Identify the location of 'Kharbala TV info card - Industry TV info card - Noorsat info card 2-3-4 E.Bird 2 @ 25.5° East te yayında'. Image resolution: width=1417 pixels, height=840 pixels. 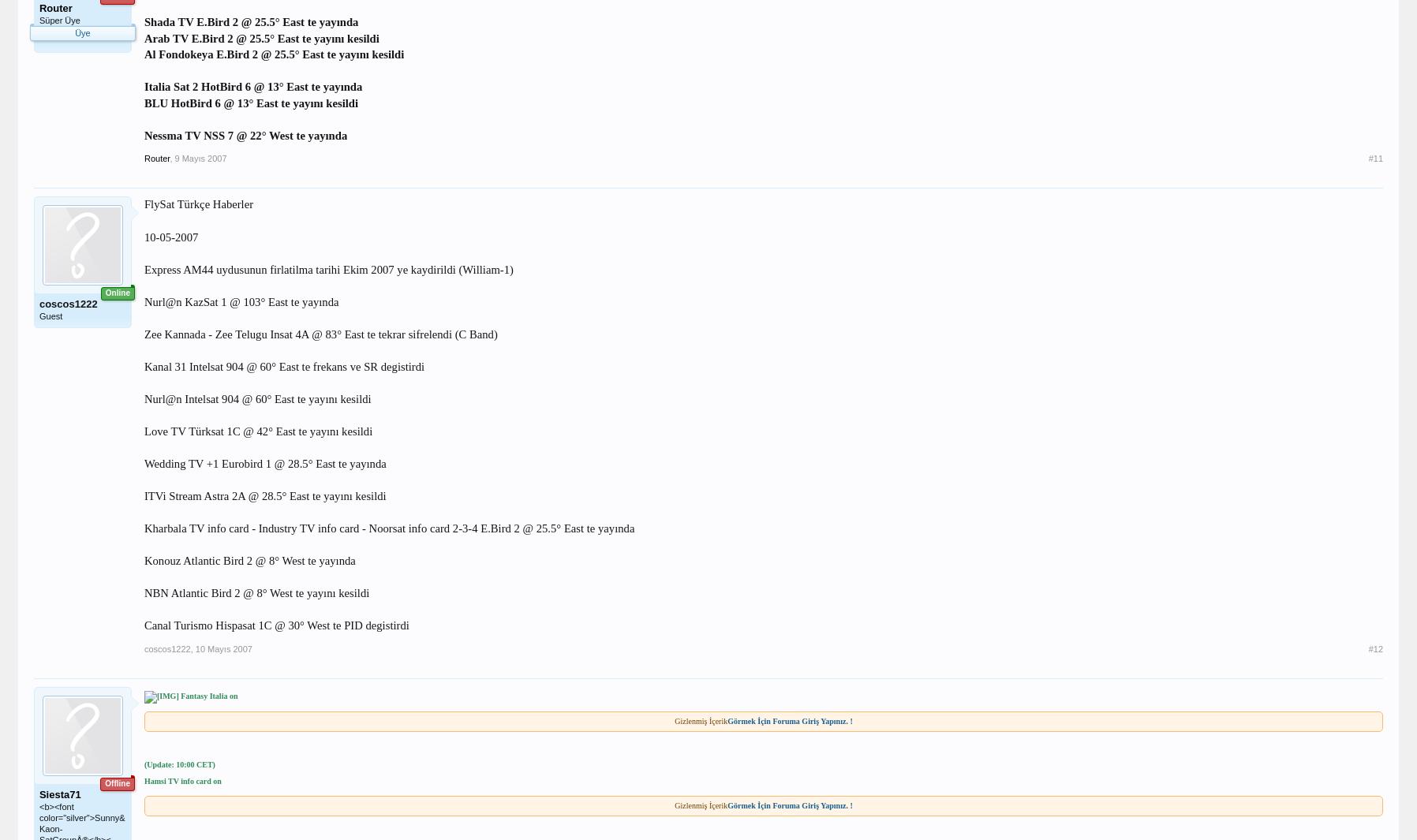
(388, 528).